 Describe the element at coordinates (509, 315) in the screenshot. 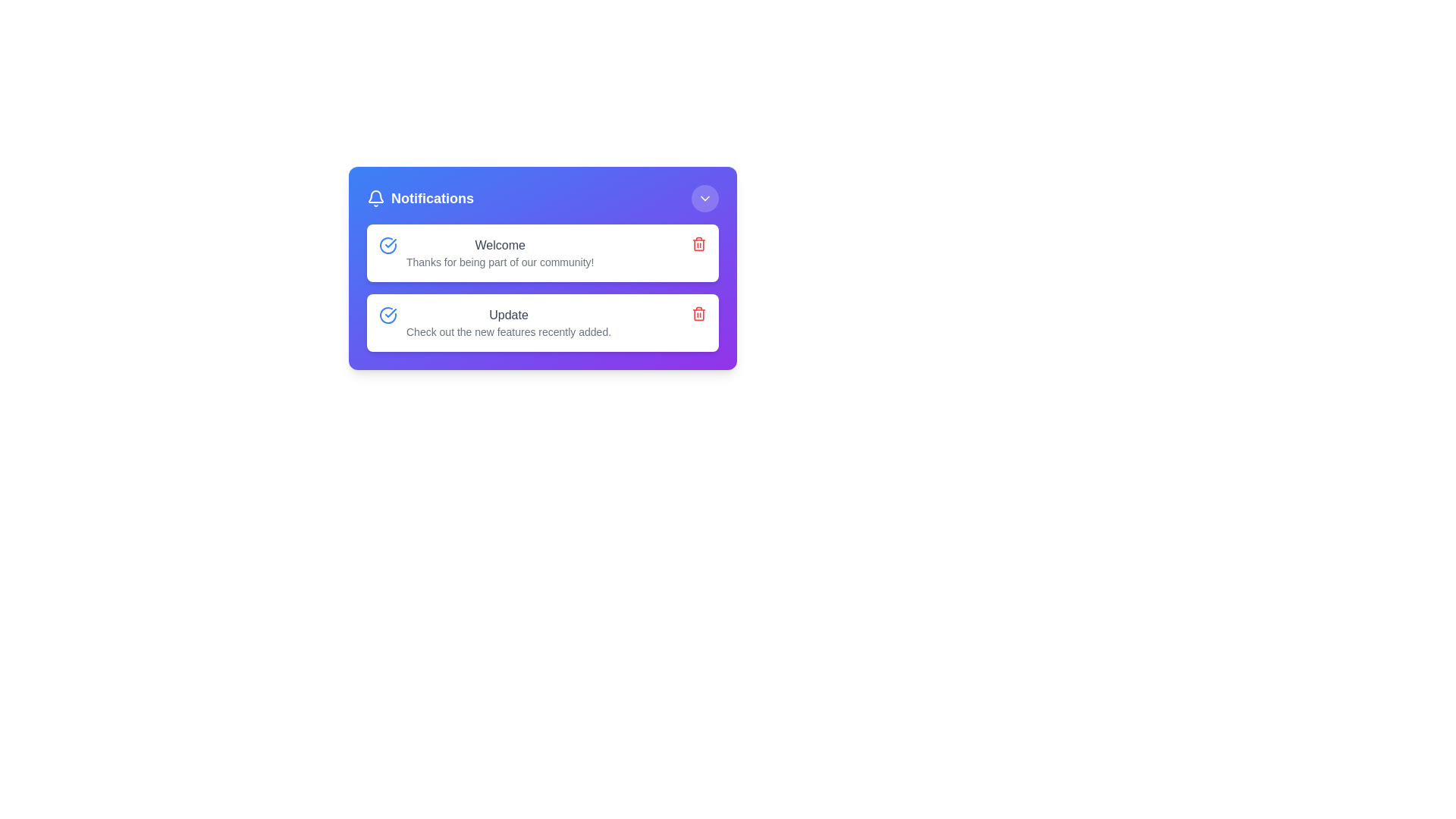

I see `the title label of the notification located in the second notification block, which provides a summary of the notification's content` at that location.